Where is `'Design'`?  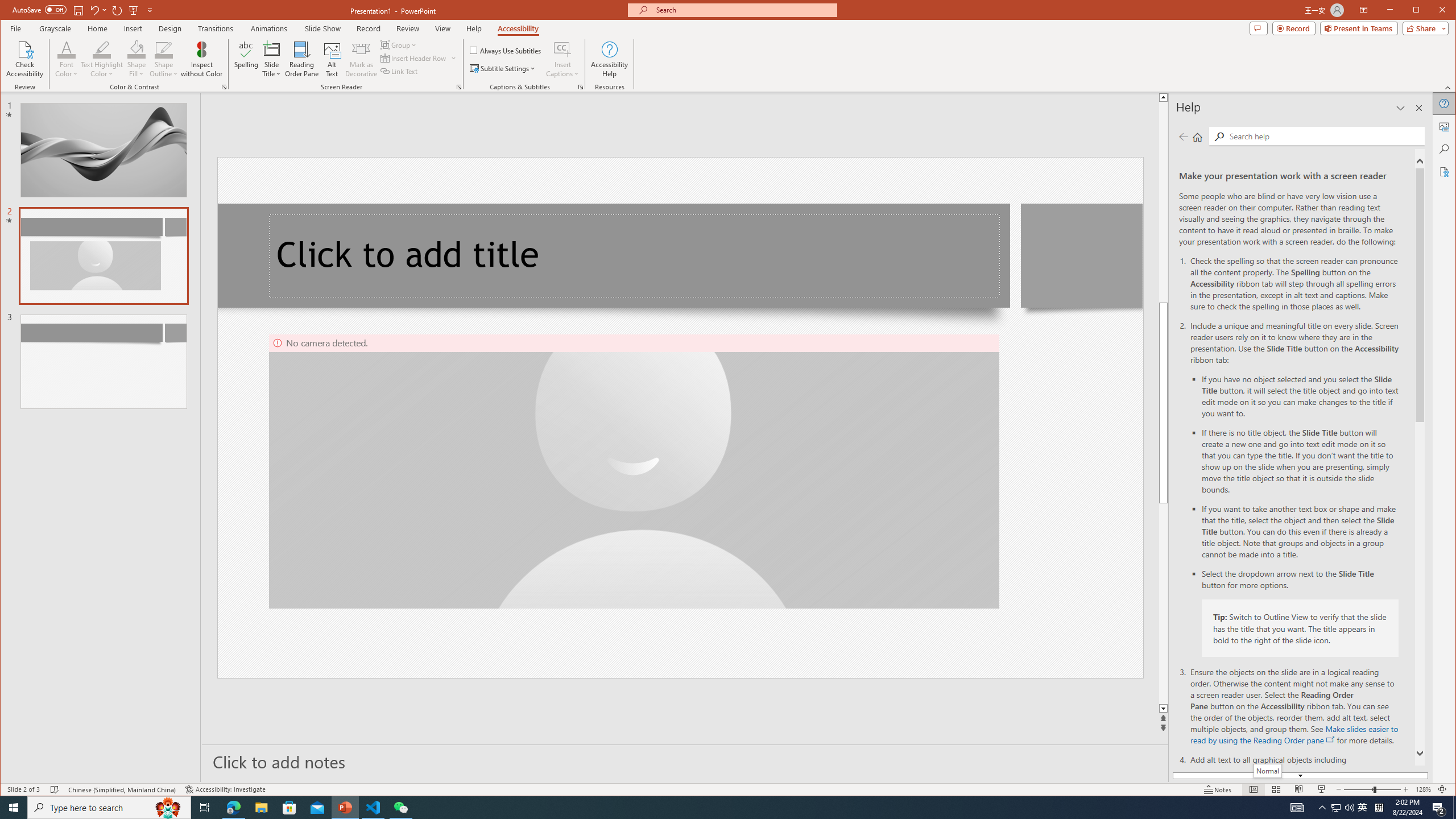
'Design' is located at coordinates (169, 28).